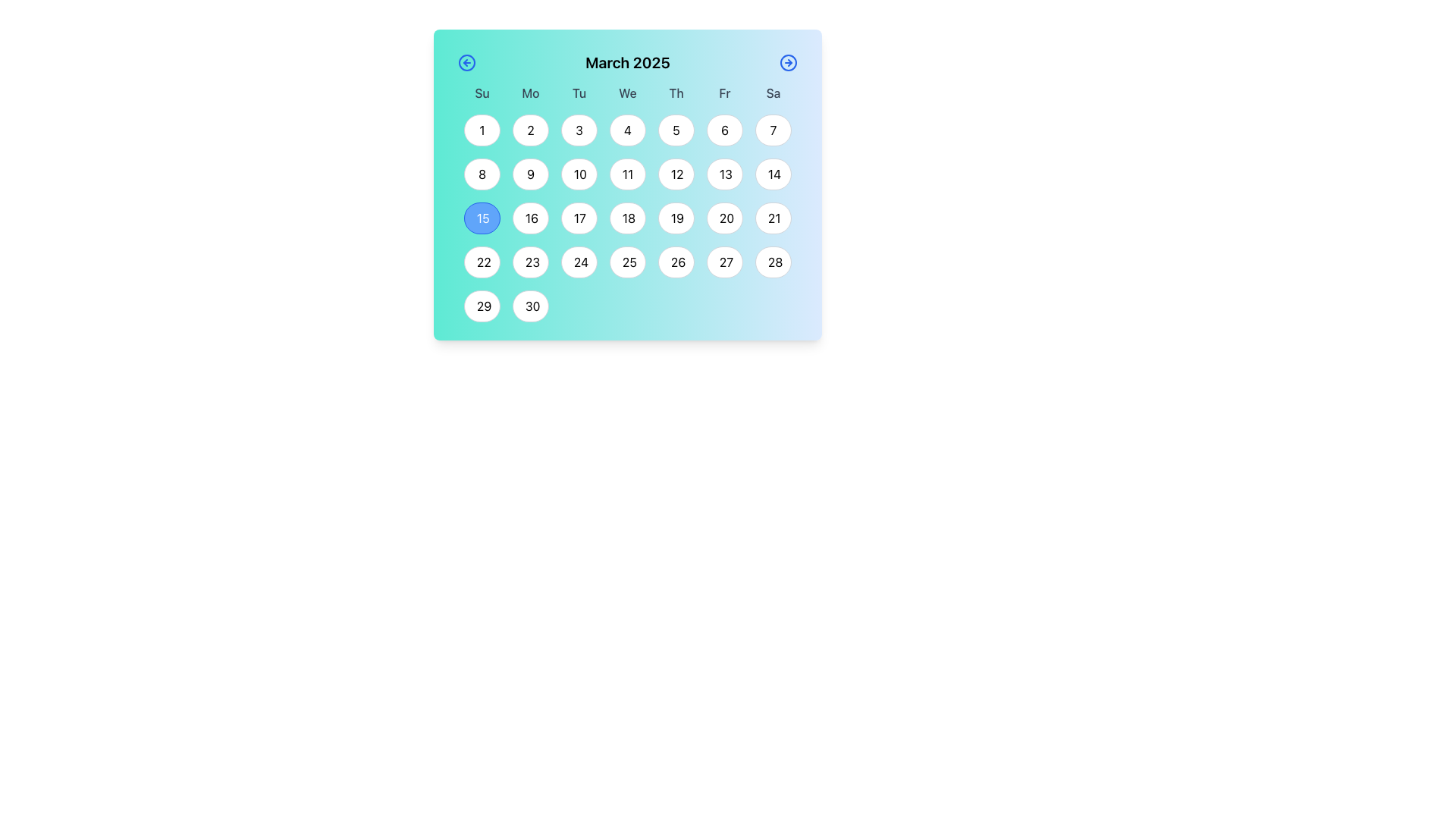 The image size is (1456, 819). I want to click on the next month navigation button located at the far right of the calendar header, adjacent to 'March 2025', so click(789, 62).